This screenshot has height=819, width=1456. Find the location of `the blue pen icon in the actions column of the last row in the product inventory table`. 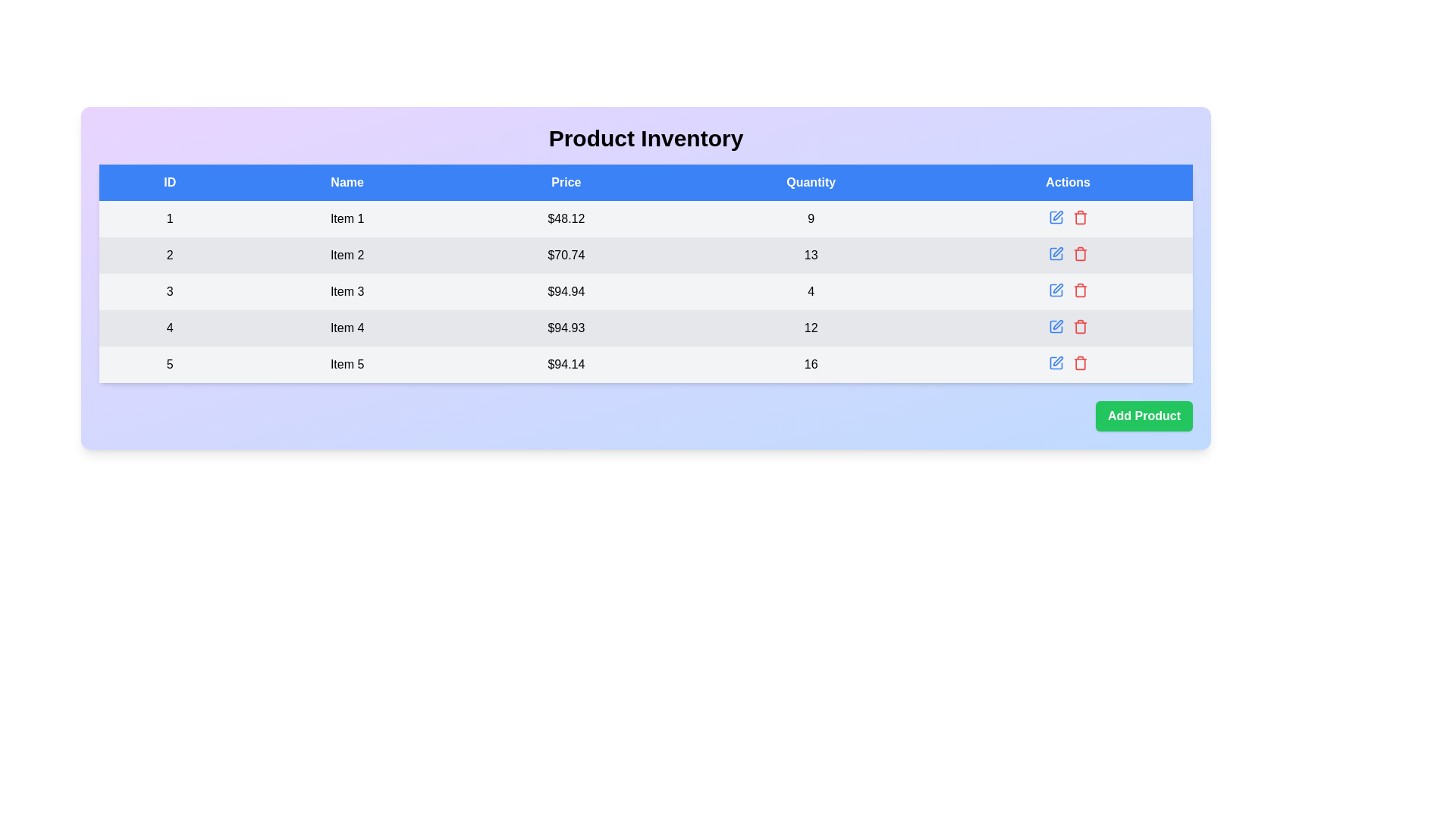

the blue pen icon in the actions column of the last row in the product inventory table is located at coordinates (1057, 361).